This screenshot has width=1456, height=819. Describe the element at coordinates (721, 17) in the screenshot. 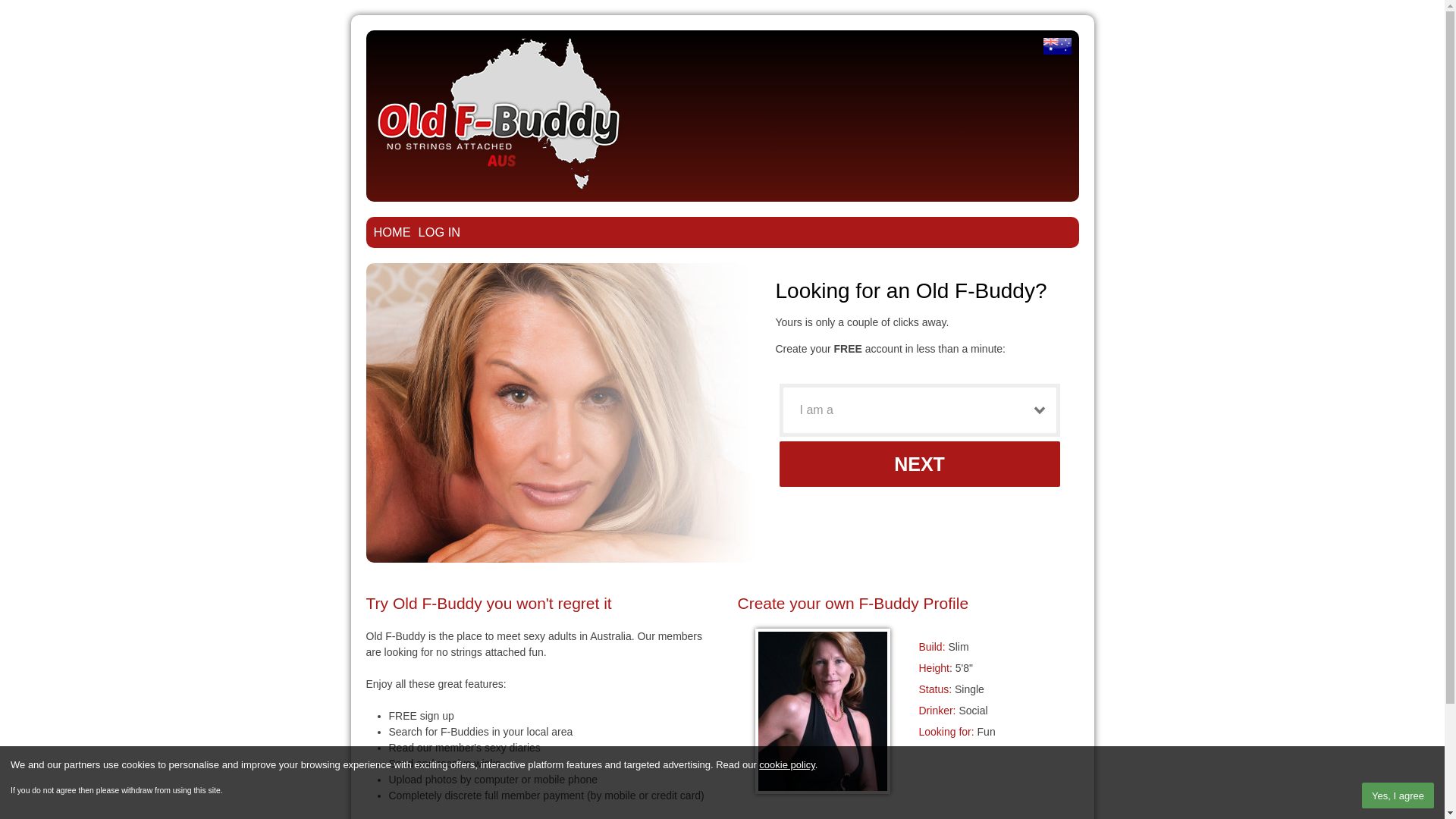

I see `'Jump to navigation'` at that location.